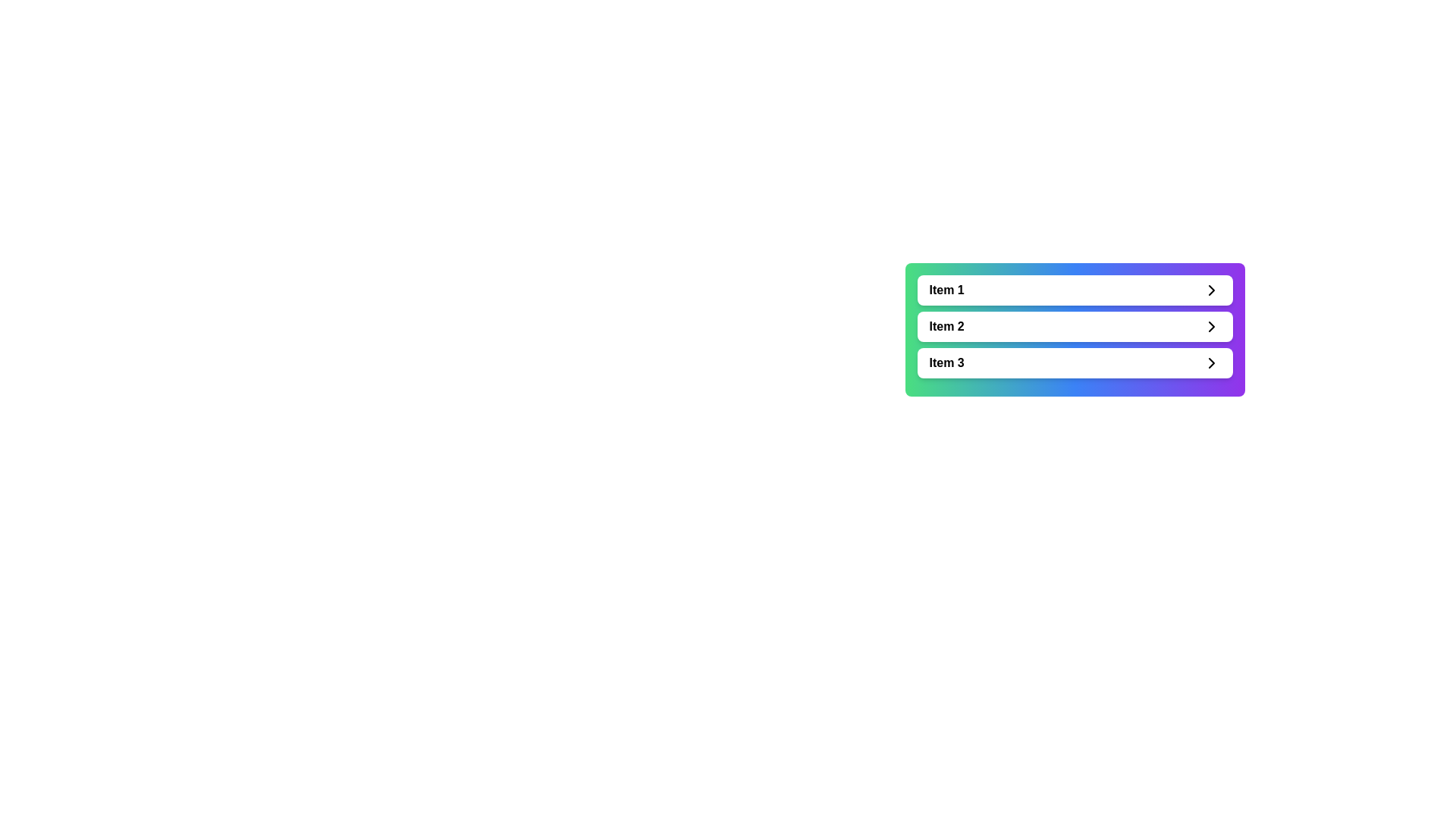 The height and width of the screenshot is (819, 1456). Describe the element at coordinates (1210, 290) in the screenshot. I see `the right-facing chevron icon with a black stroke located on the right side of 'Item 1' to initiate navigation or interaction` at that location.